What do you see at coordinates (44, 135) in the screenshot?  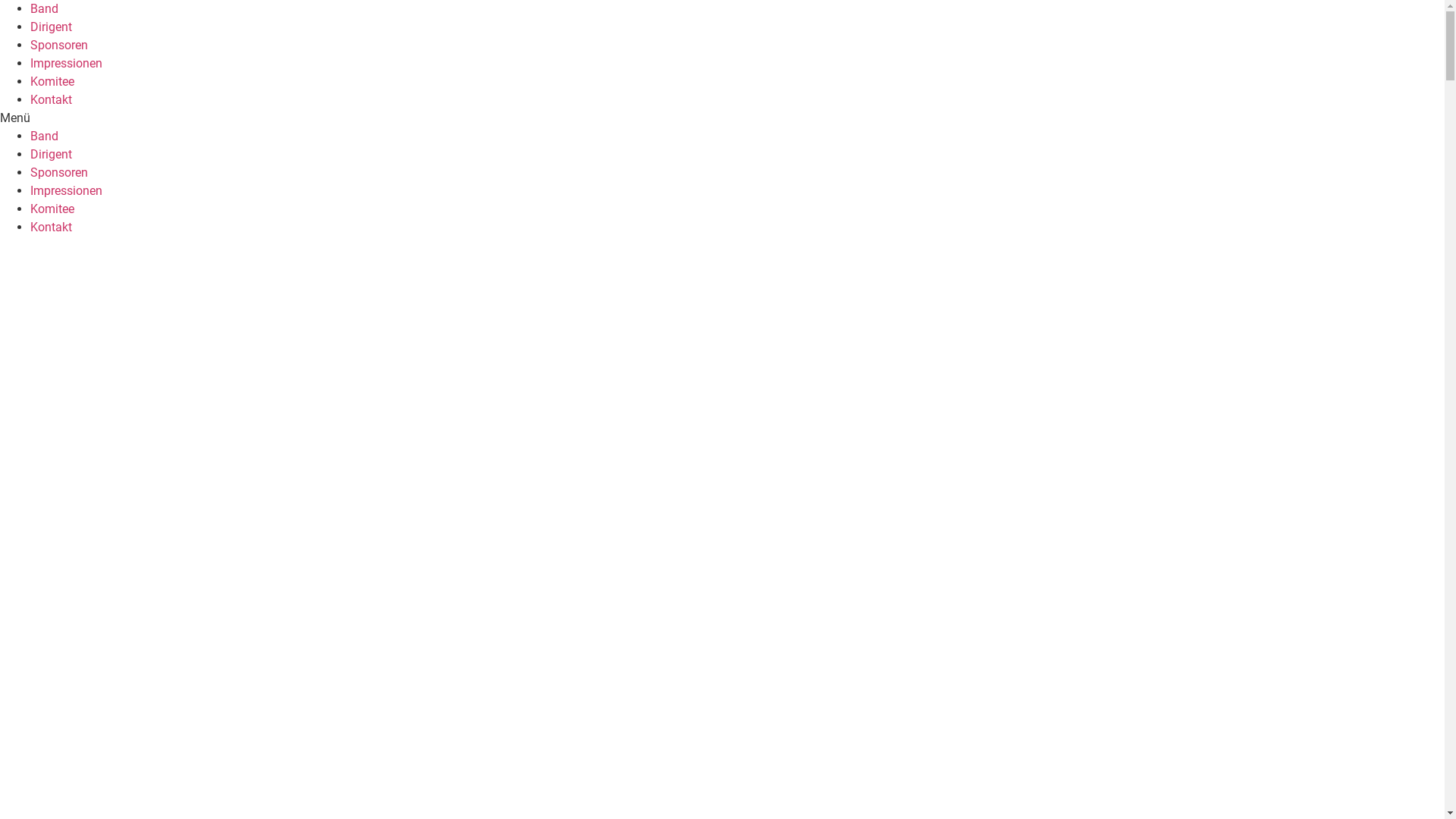 I see `'Band'` at bounding box center [44, 135].